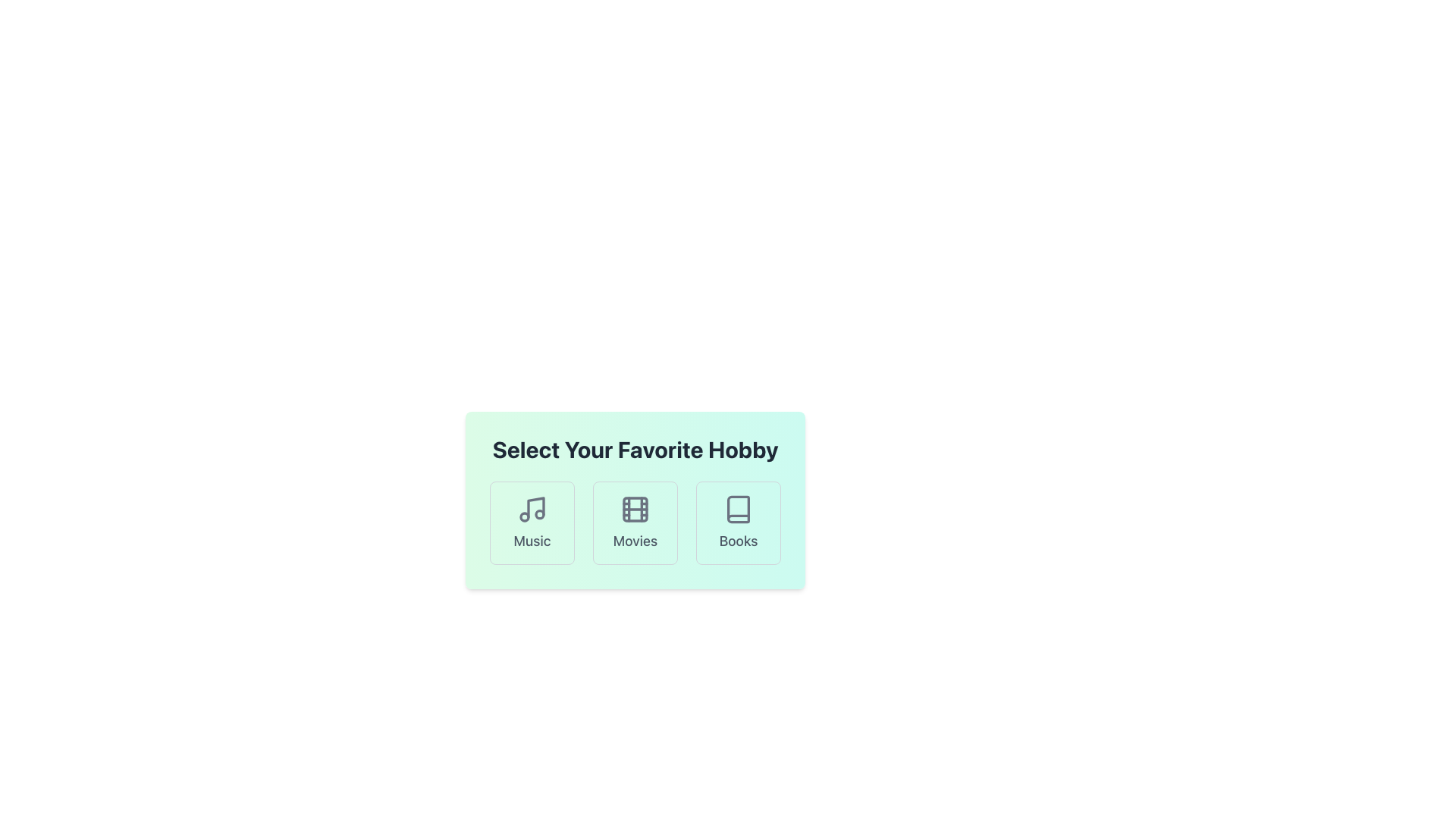 The width and height of the screenshot is (1456, 819). I want to click on the 'Books' button, which features a book icon above the label 'Books', so click(739, 522).